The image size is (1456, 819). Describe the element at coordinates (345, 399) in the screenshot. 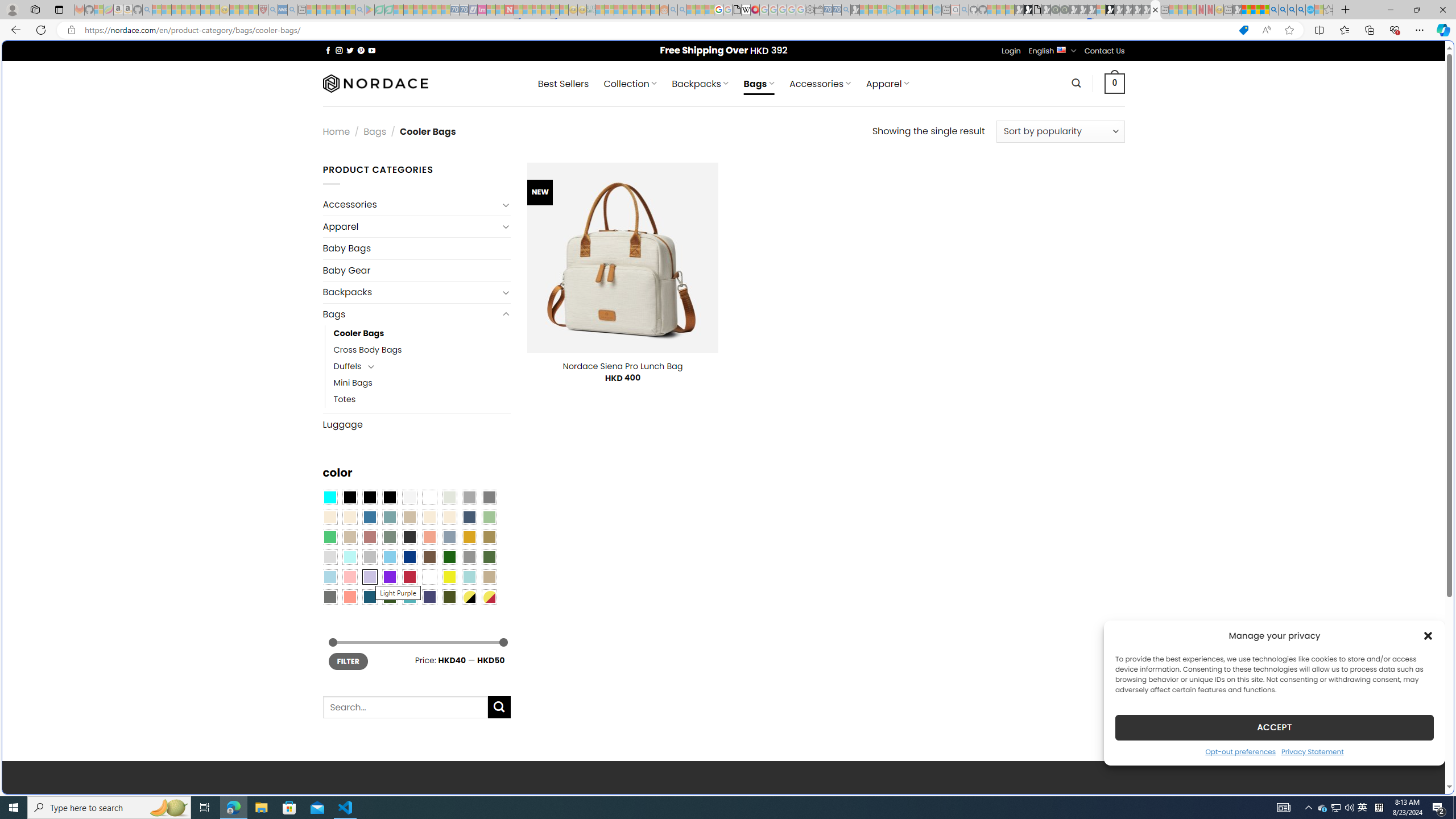

I see `'Totes'` at that location.